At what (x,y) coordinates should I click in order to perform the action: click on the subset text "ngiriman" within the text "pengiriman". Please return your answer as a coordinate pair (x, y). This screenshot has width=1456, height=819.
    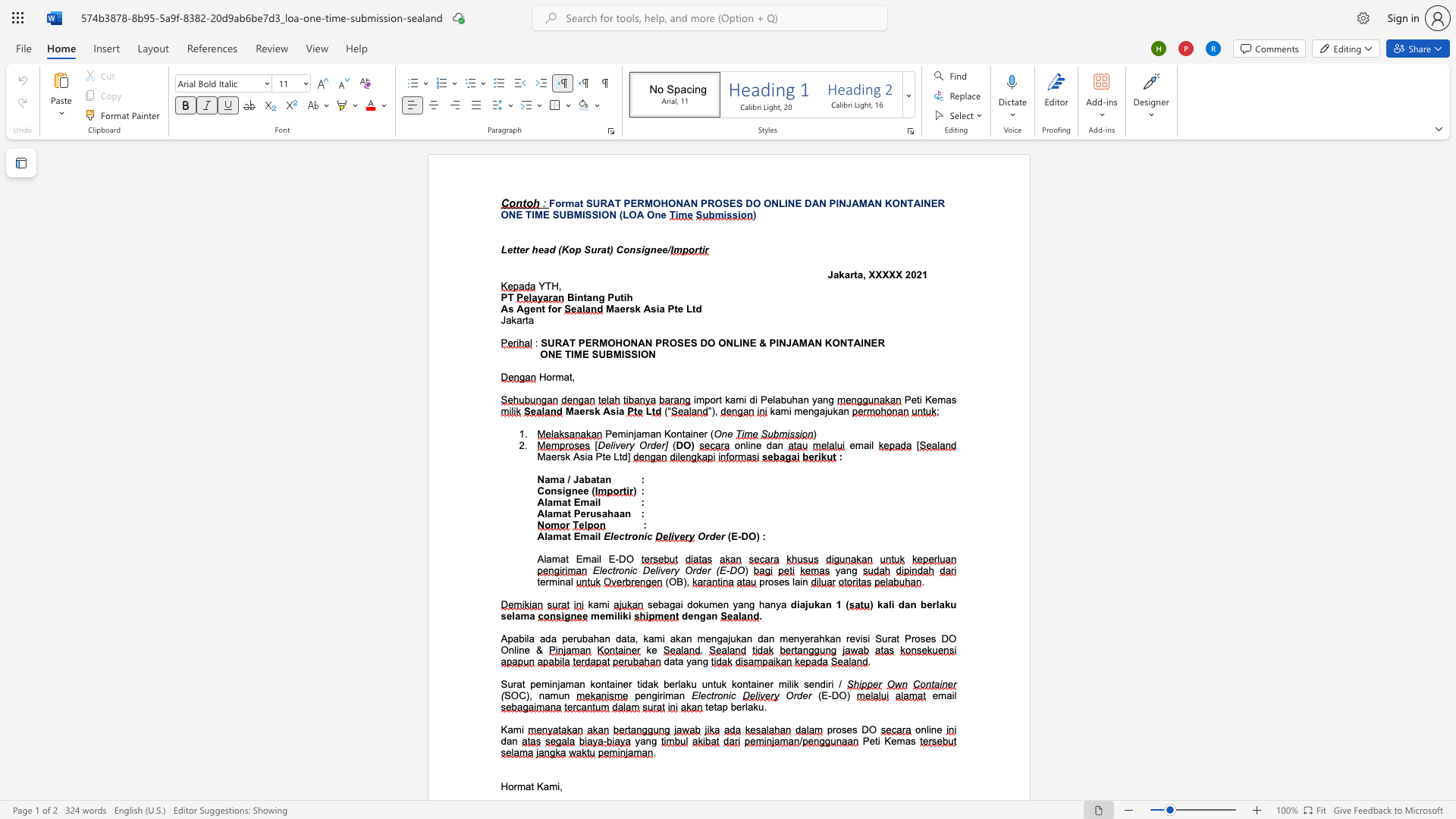
    Looking at the image, I should click on (645, 695).